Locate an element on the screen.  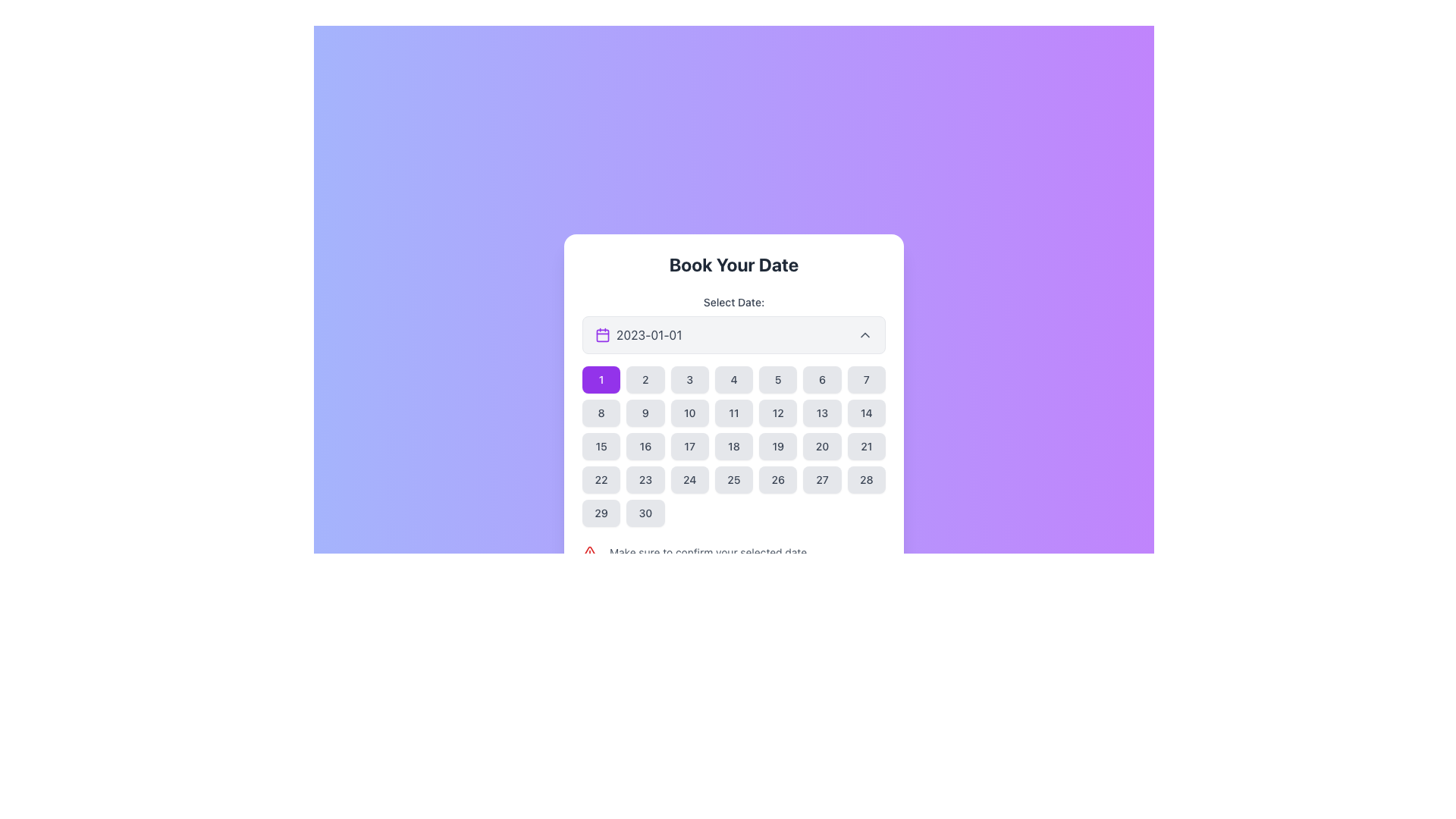
the selectable date option button in the calendar interface is located at coordinates (645, 413).